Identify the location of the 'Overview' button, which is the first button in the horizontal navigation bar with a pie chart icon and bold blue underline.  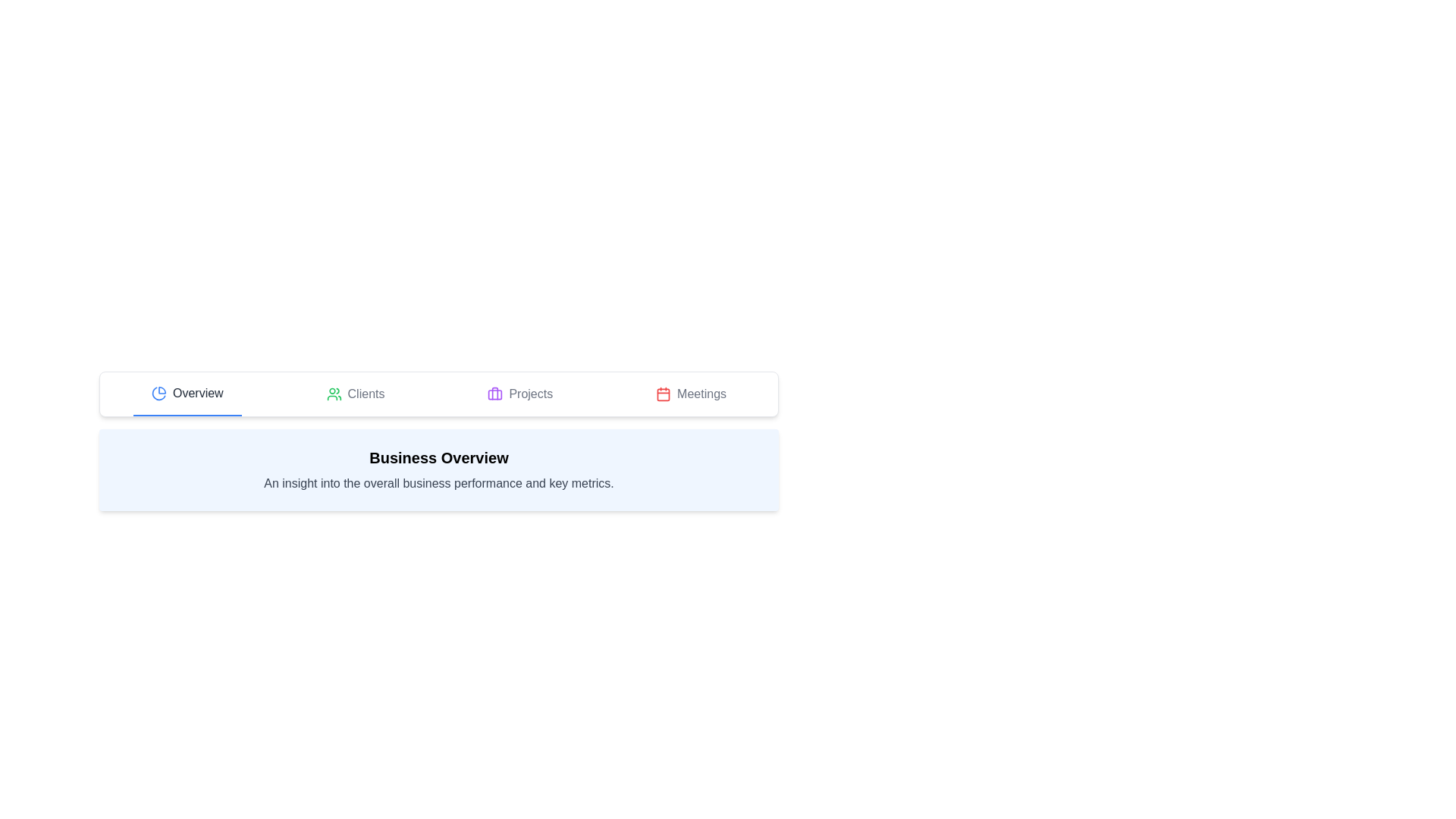
(187, 394).